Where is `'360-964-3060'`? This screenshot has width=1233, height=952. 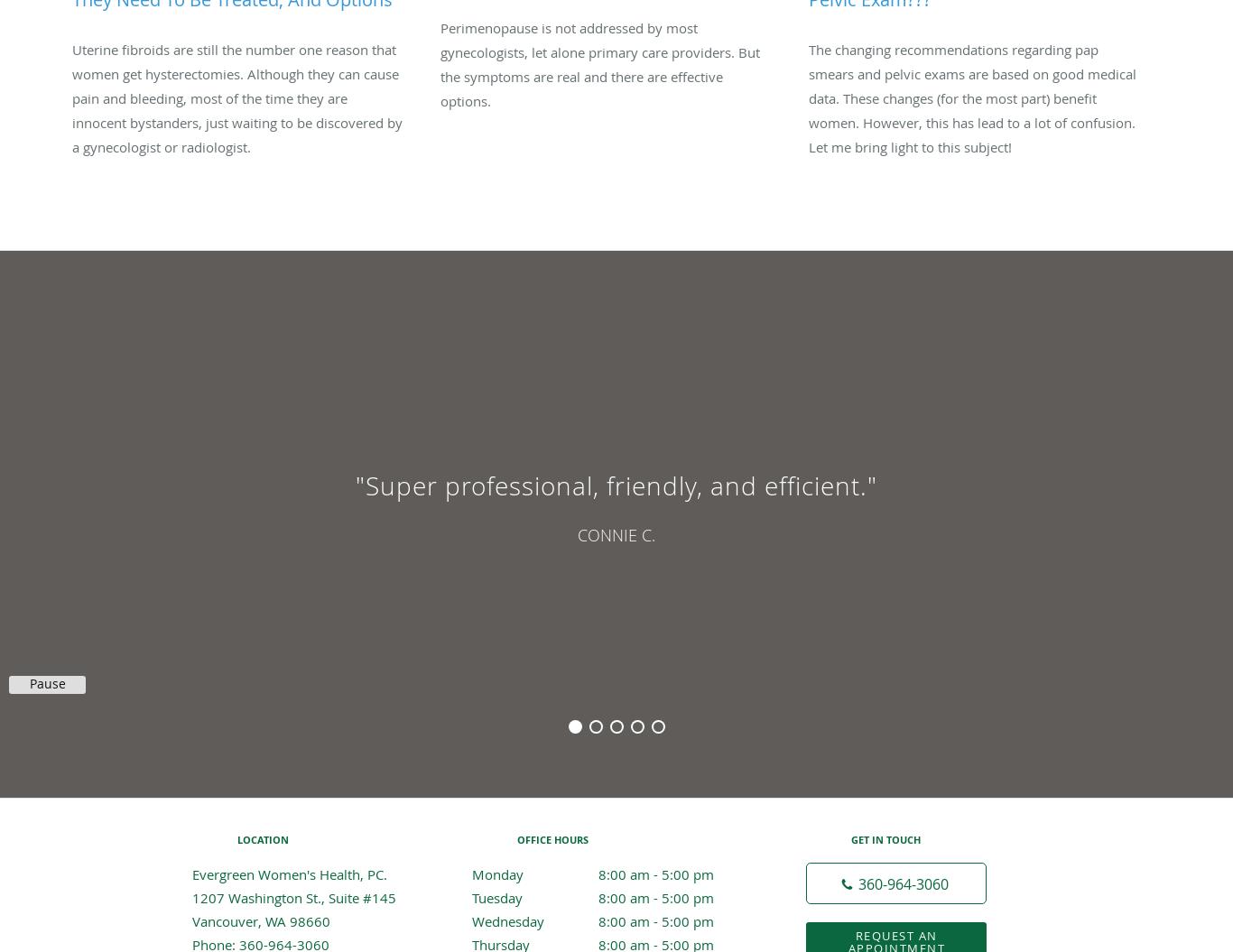 '360-964-3060' is located at coordinates (904, 883).